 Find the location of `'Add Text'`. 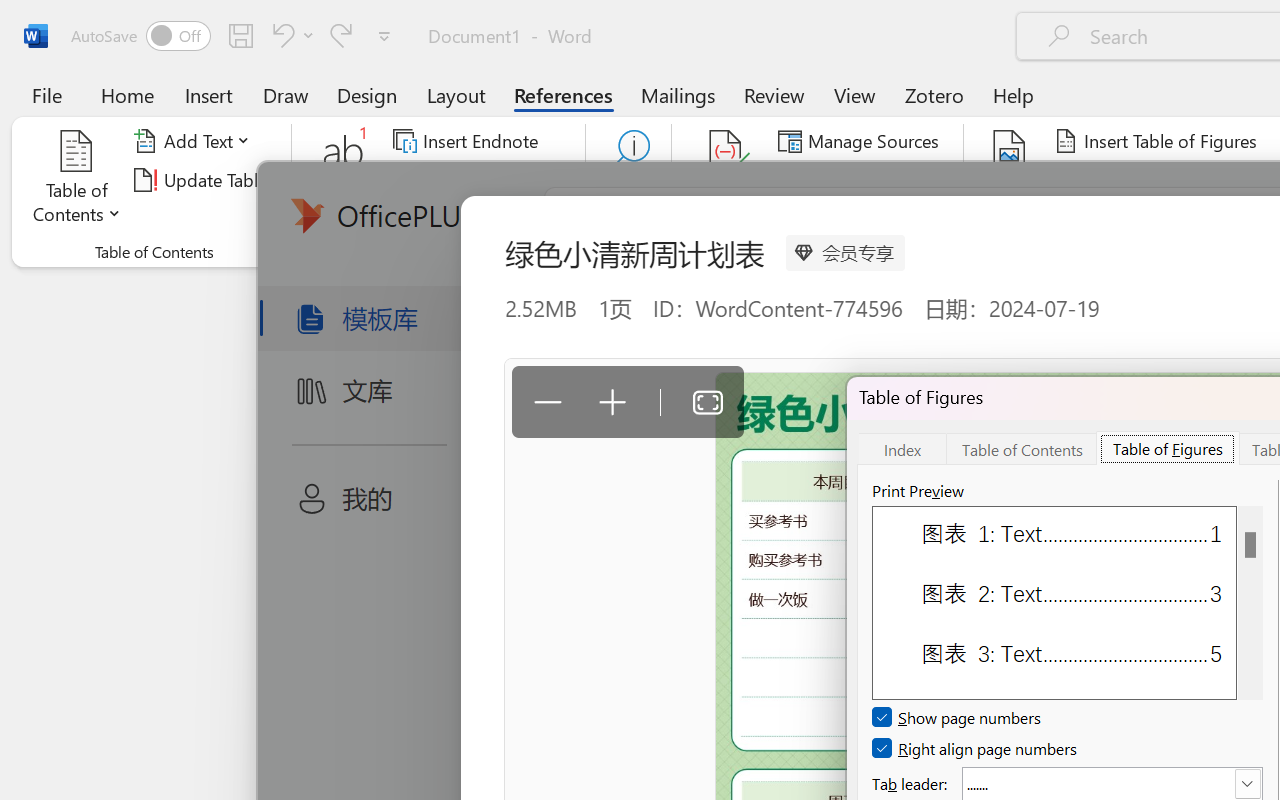

'Add Text' is located at coordinates (195, 141).